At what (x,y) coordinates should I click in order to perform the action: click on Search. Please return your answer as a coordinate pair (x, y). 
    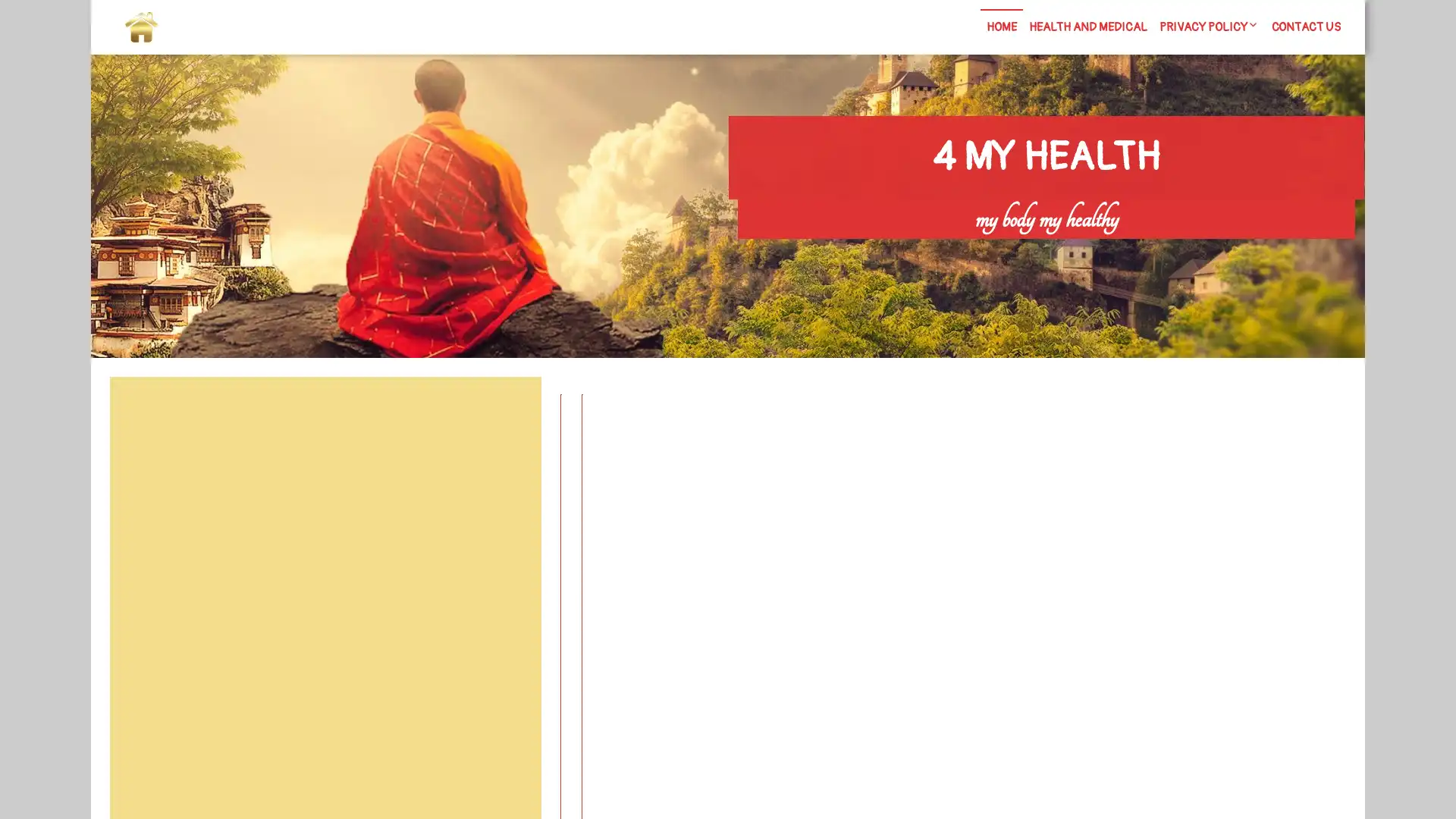
    Looking at the image, I should click on (506, 413).